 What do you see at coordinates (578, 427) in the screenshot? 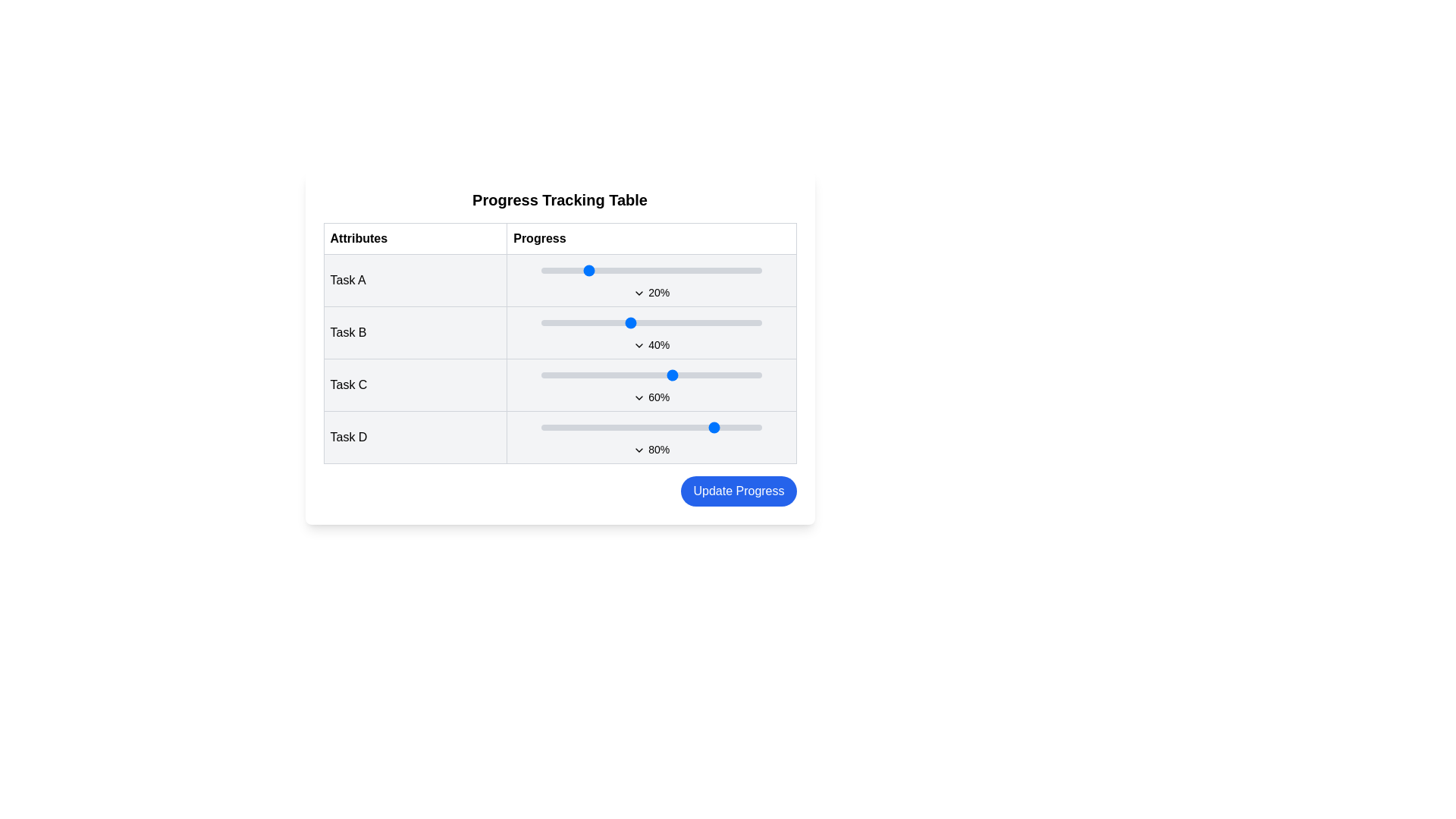
I see `task progress` at bounding box center [578, 427].